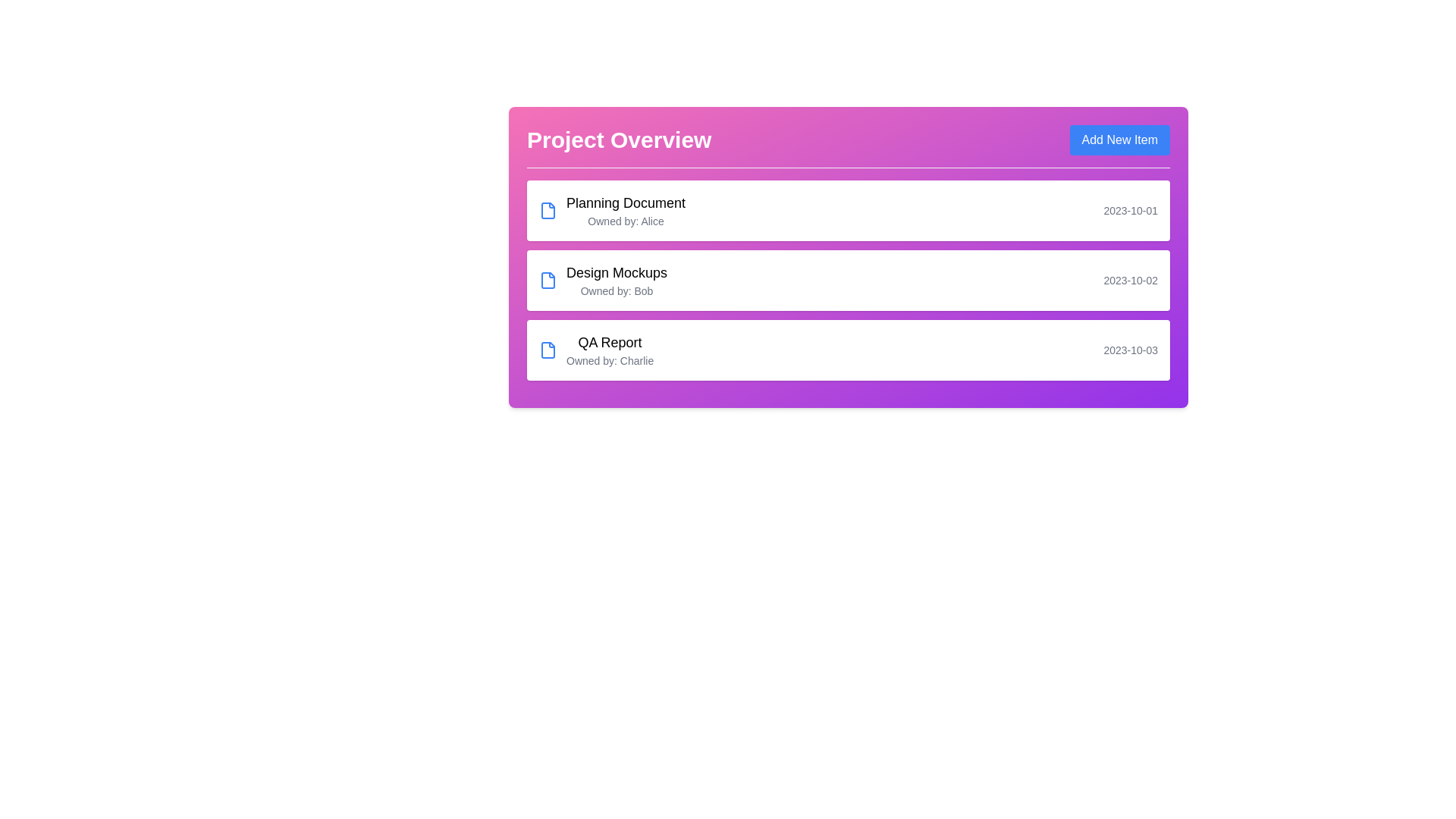 This screenshot has height=819, width=1456. What do you see at coordinates (595, 350) in the screenshot?
I see `the 'QA Report' list item` at bounding box center [595, 350].